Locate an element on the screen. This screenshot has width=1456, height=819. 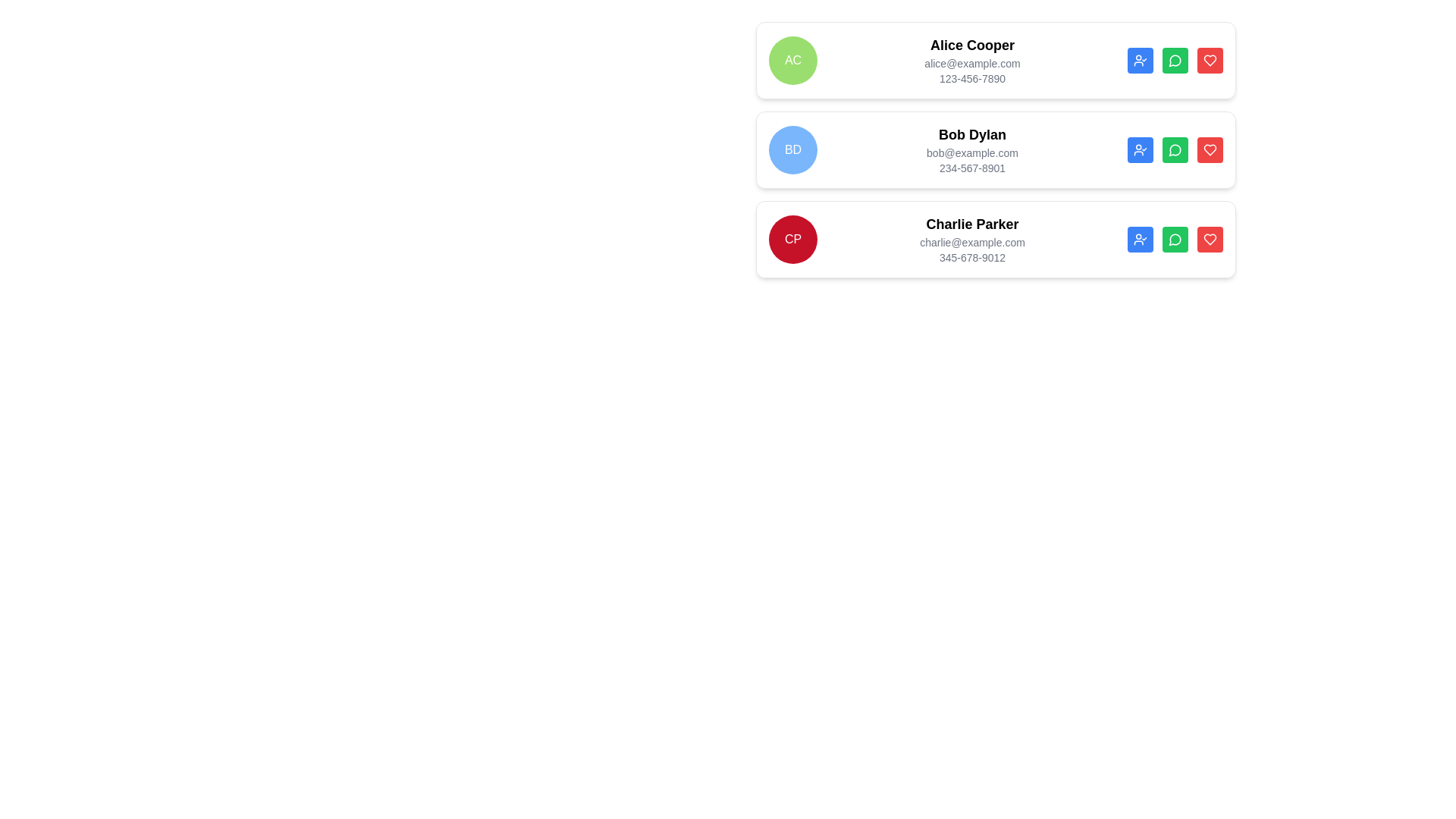
the second button in the contact card for 'Charlie Parker' is located at coordinates (1175, 239).